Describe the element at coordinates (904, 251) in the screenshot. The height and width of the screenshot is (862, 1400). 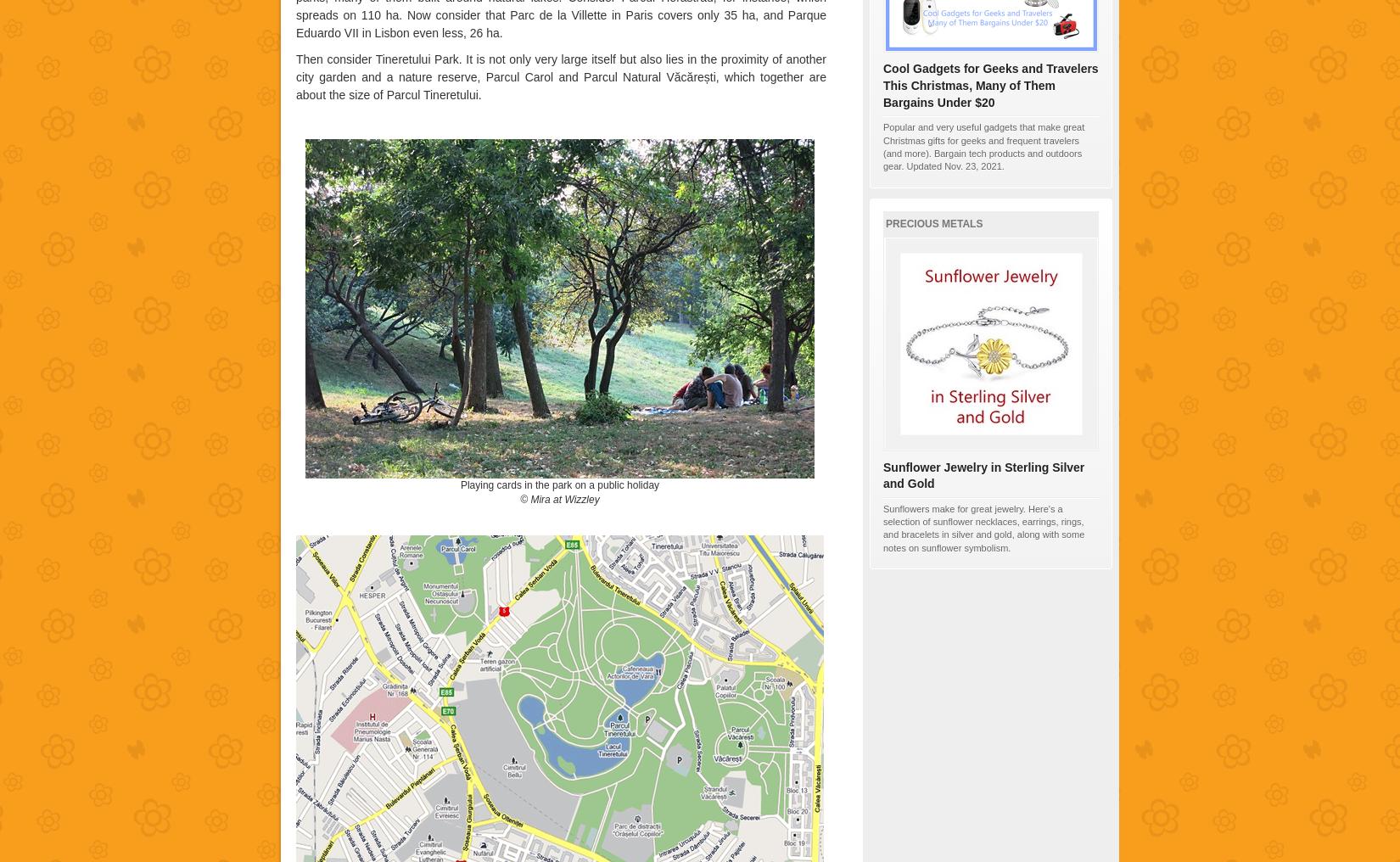
I see `'100%'` at that location.